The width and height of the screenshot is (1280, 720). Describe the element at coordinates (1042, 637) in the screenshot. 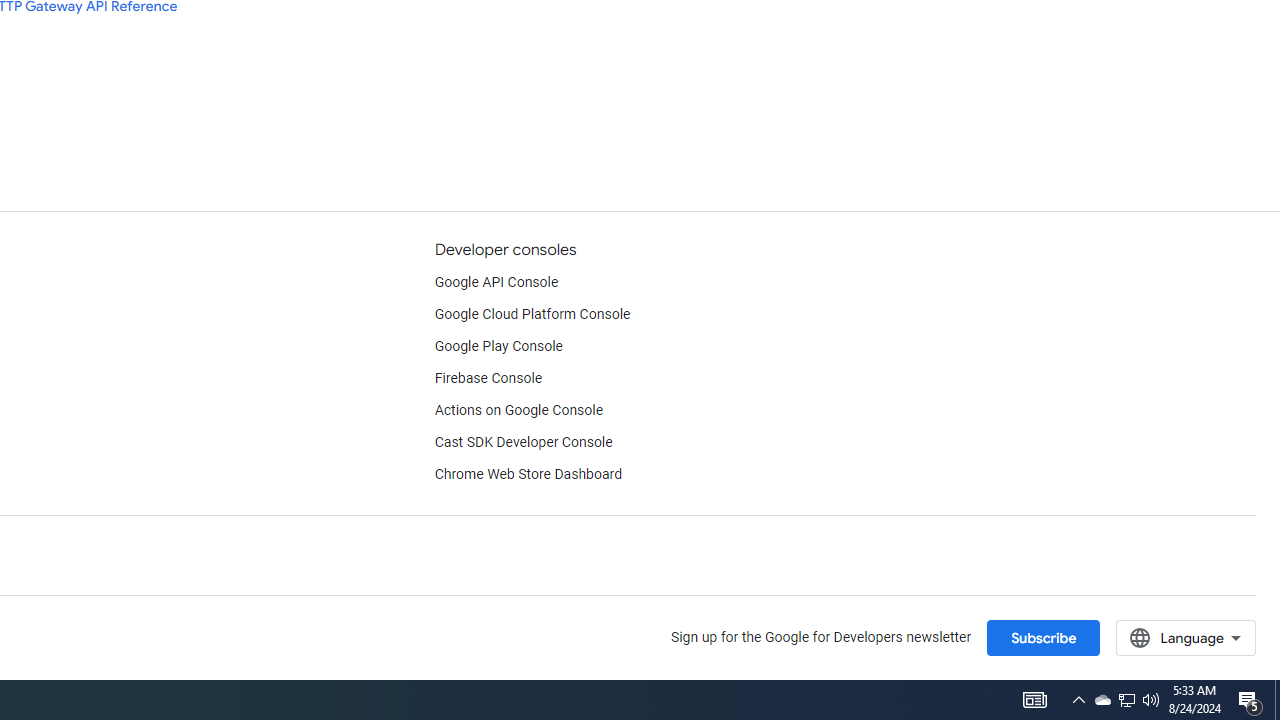

I see `'Subscribe'` at that location.